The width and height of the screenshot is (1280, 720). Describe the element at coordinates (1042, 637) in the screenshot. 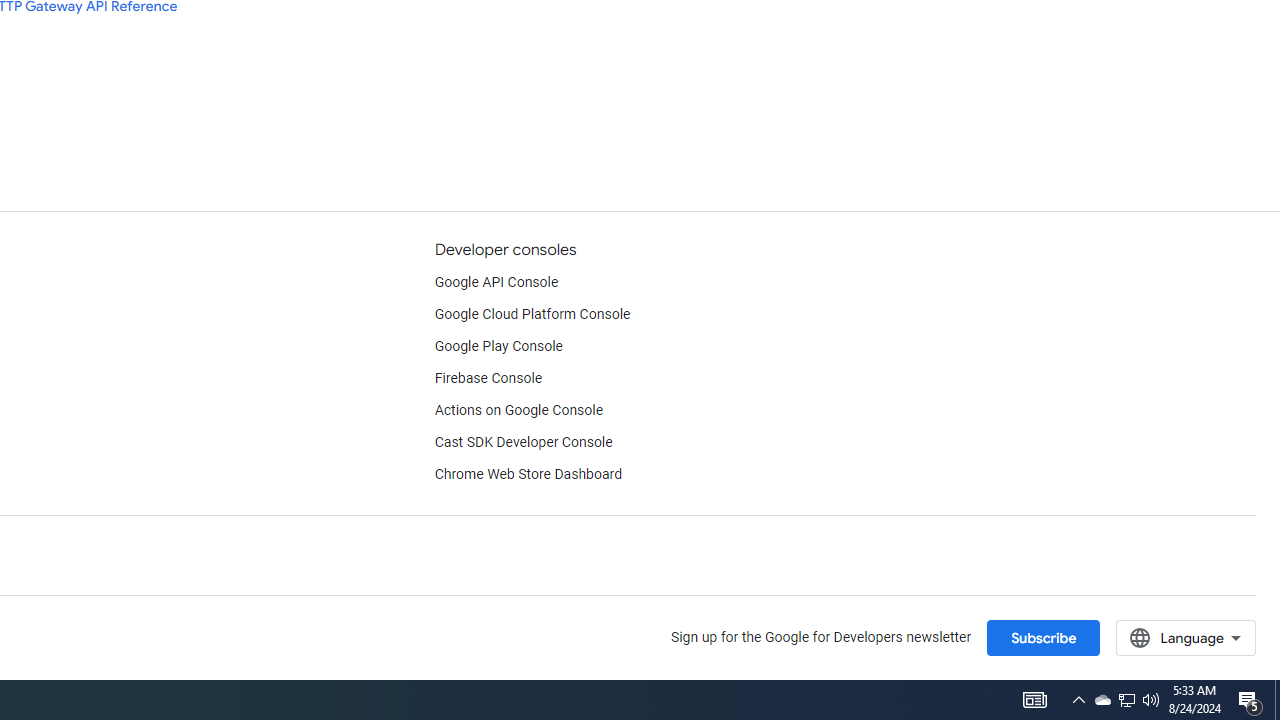

I see `'Subscribe'` at that location.